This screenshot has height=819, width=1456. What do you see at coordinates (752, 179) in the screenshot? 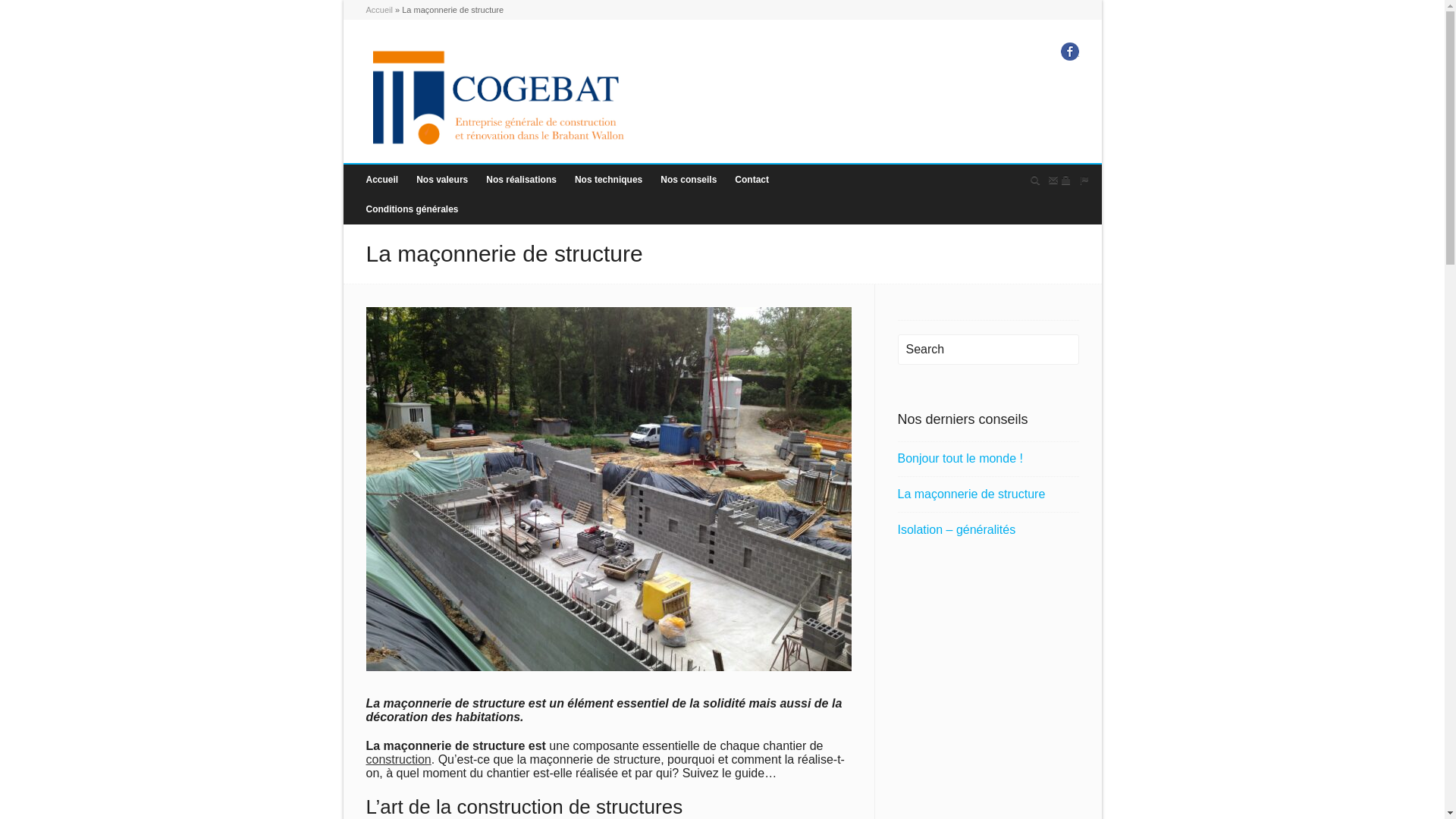
I see `'Contact'` at bounding box center [752, 179].